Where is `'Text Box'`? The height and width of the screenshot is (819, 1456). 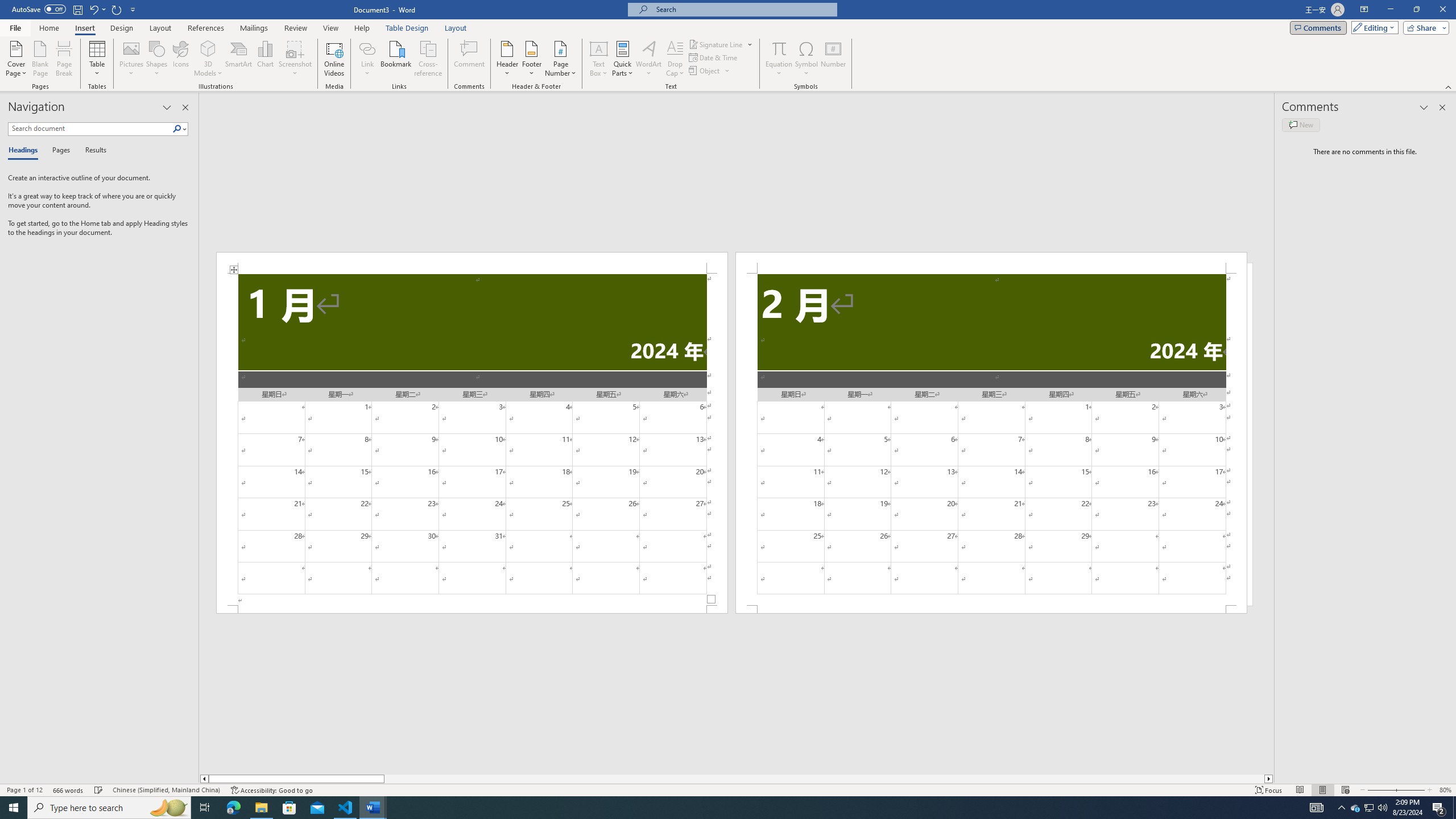
'Text Box' is located at coordinates (598, 59).